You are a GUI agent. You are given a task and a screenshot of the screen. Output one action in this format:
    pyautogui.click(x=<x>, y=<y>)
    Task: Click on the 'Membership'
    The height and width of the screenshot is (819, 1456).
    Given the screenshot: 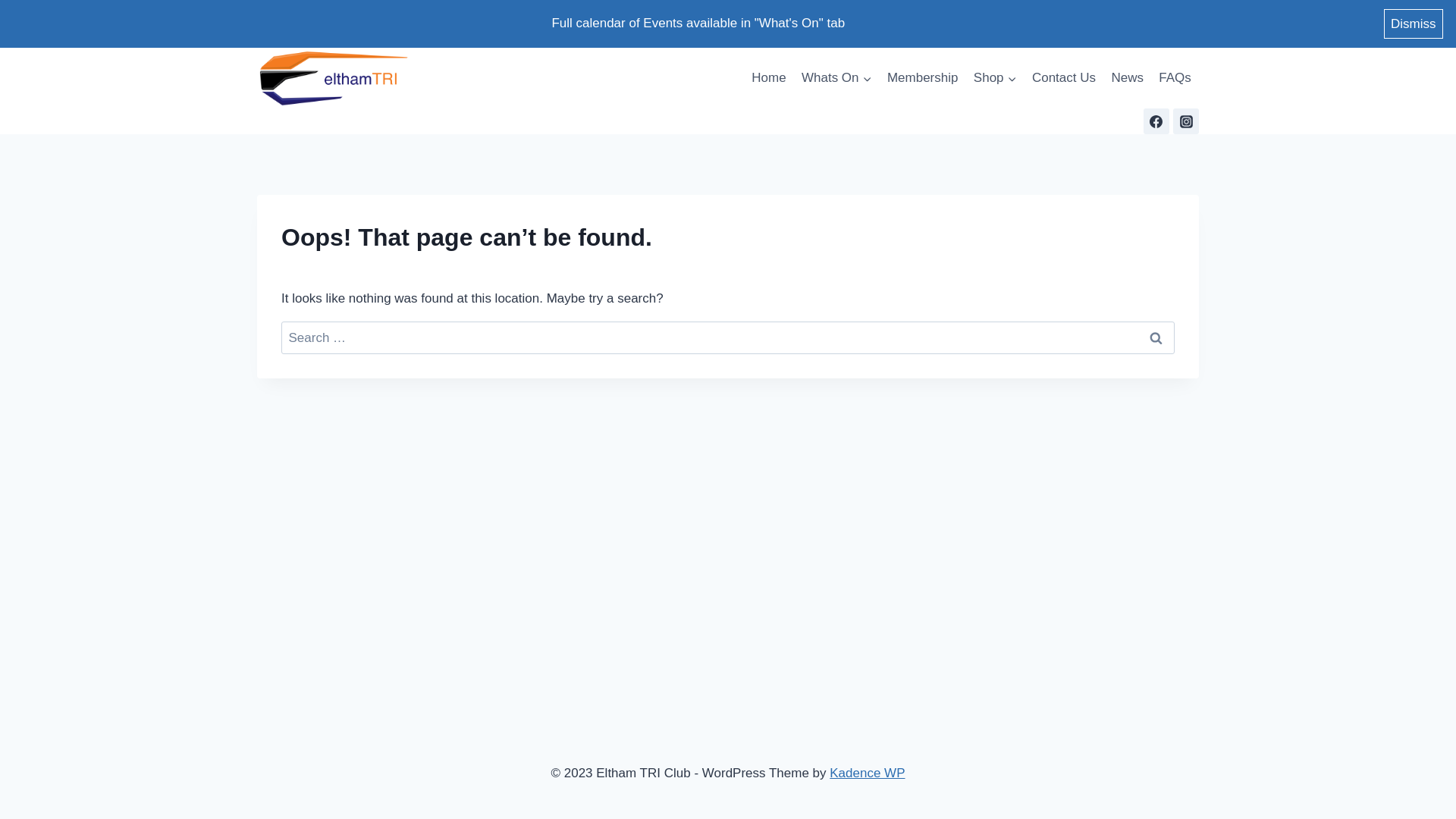 What is the action you would take?
    pyautogui.click(x=880, y=78)
    